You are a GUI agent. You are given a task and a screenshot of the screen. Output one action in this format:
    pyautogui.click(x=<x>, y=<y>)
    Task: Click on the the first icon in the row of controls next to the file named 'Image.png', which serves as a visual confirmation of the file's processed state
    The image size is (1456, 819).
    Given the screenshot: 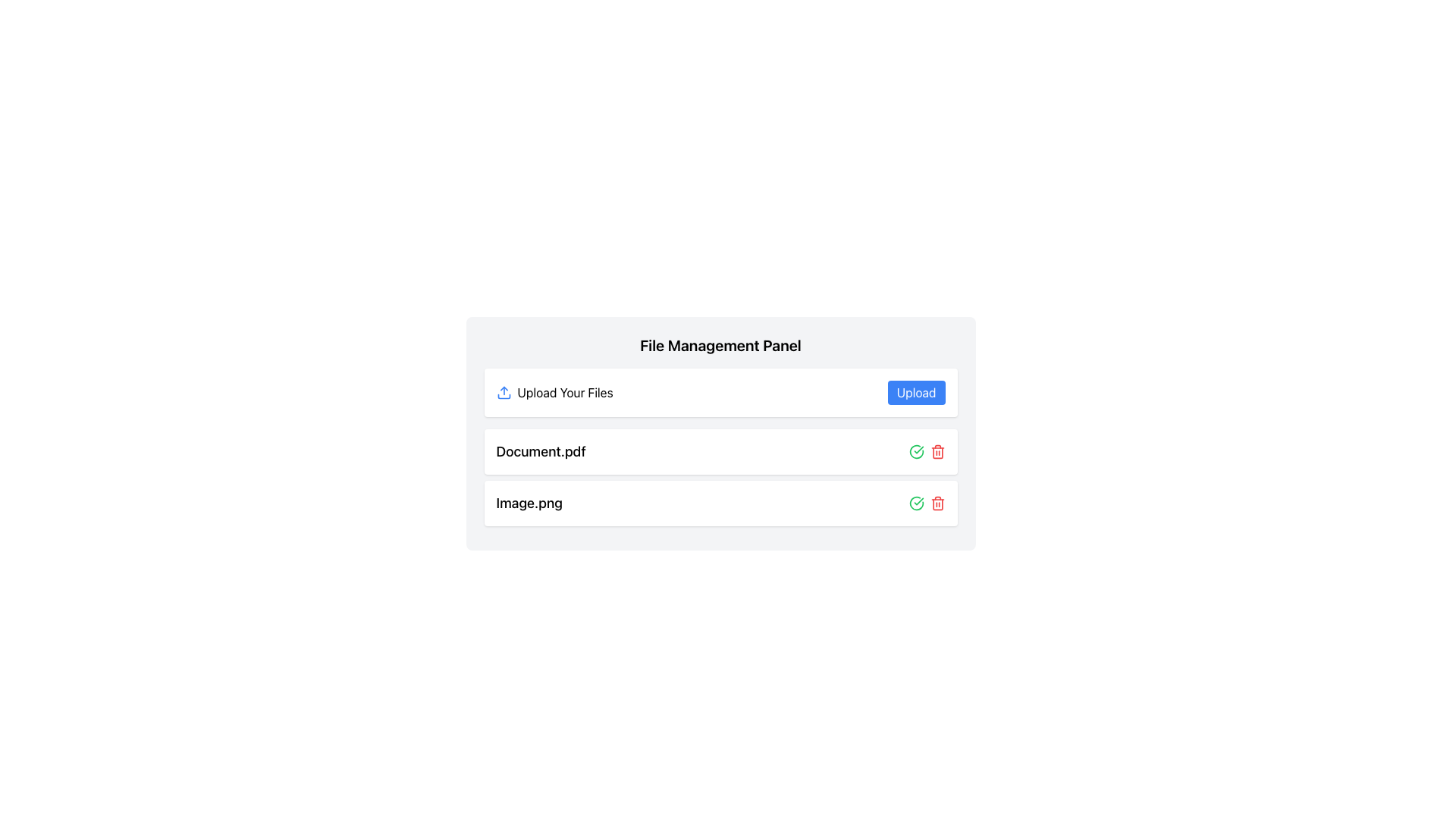 What is the action you would take?
    pyautogui.click(x=915, y=451)
    